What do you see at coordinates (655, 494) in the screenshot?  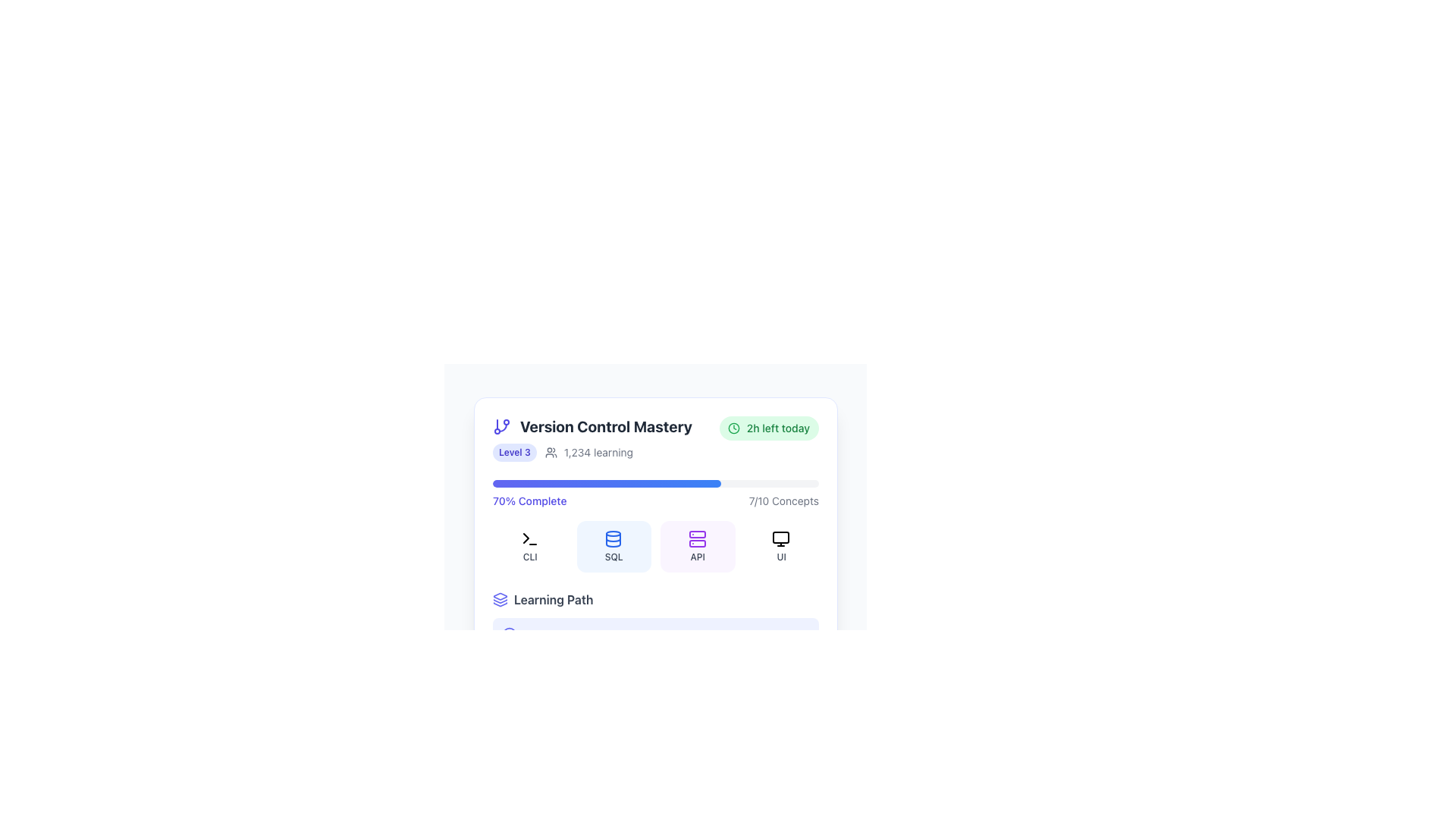 I see `the Progress Indicator for the 'Version Control Mastery' module to view details about percentage completion and concepts covered` at bounding box center [655, 494].